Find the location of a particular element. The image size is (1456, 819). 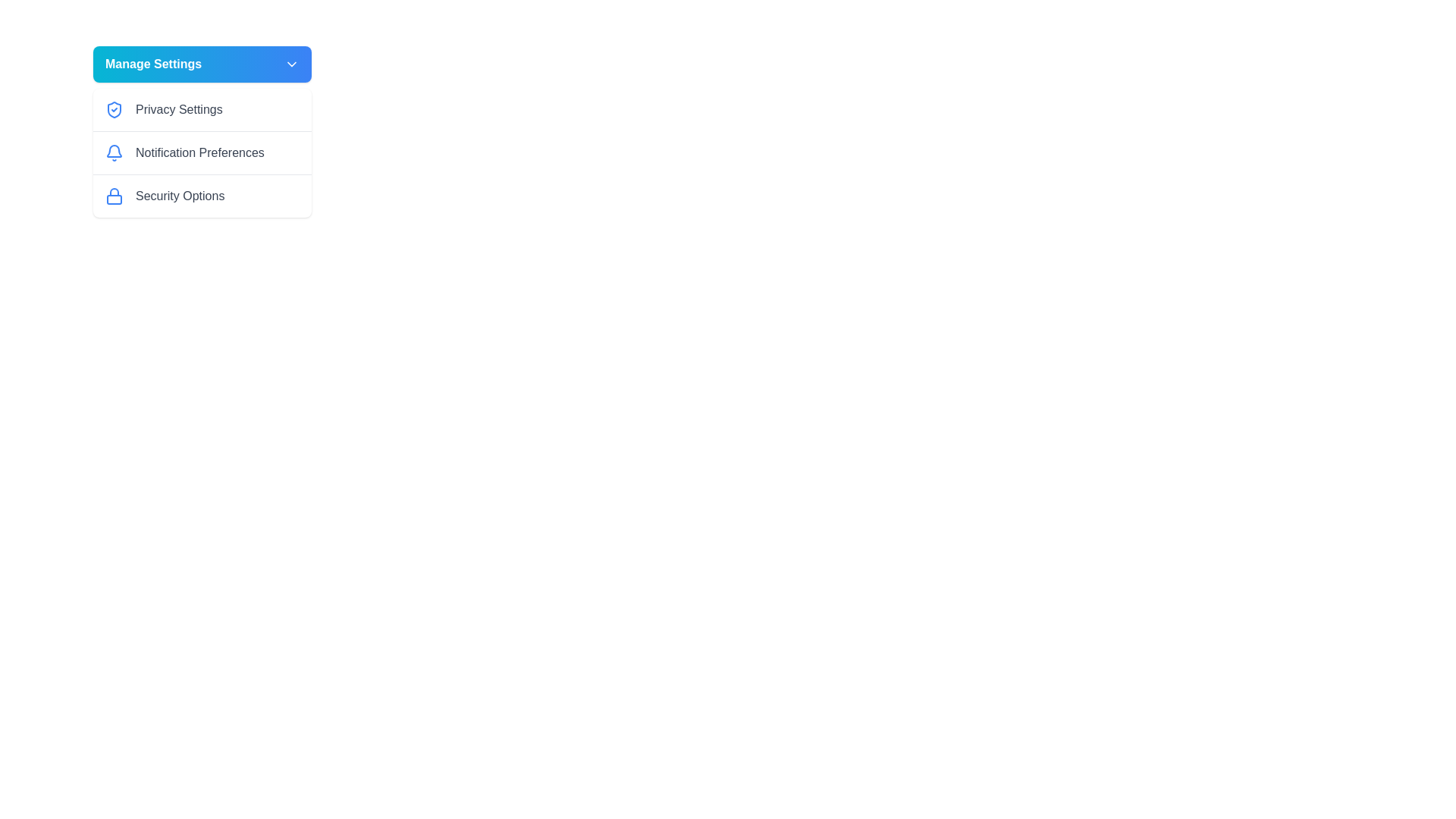

the second entry of the dropdown menu under 'Manage Settings' to navigate via keyboard is located at coordinates (202, 152).